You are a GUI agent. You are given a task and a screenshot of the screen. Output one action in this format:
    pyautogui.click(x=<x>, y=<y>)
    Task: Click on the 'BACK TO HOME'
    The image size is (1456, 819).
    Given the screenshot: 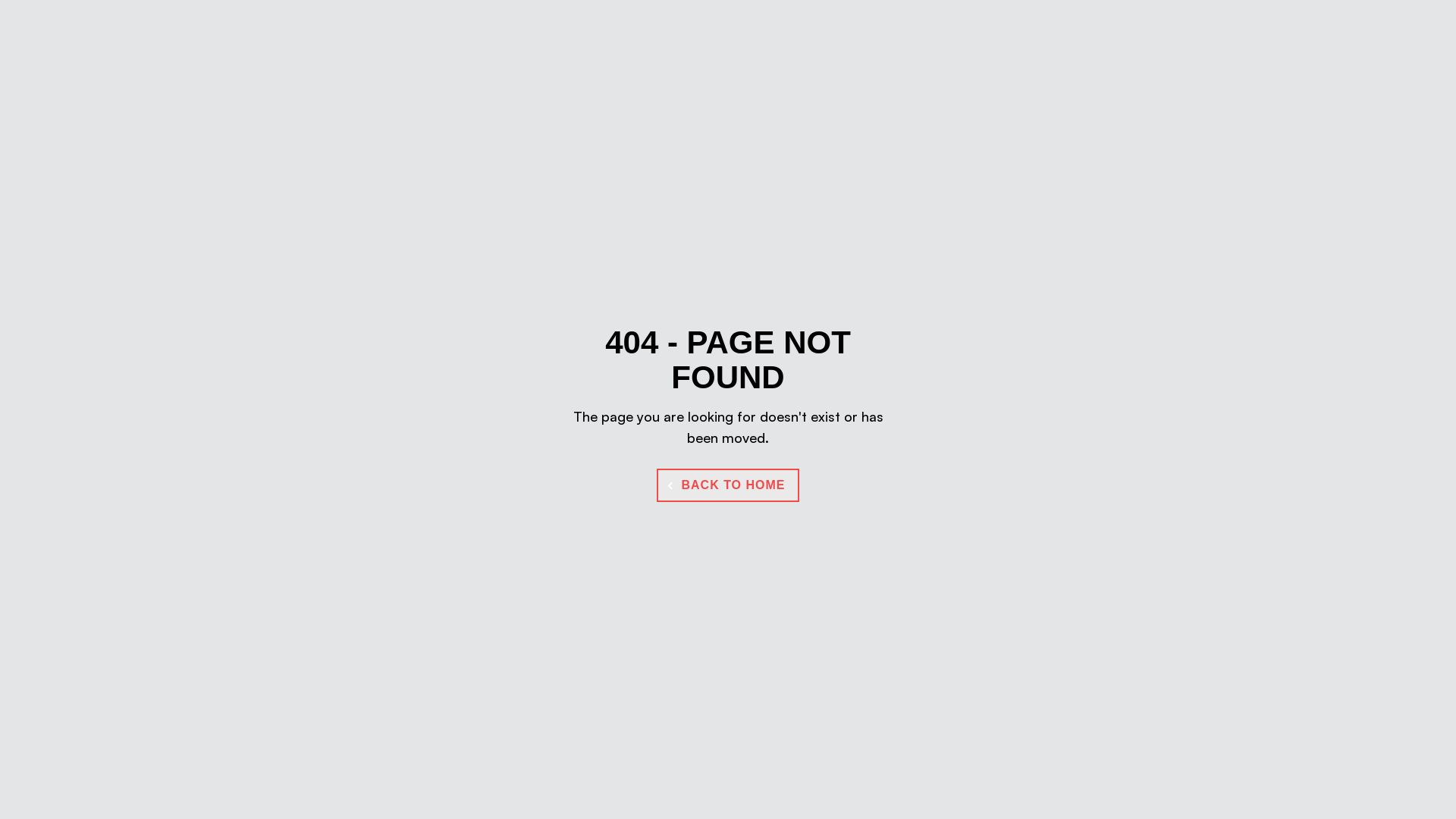 What is the action you would take?
    pyautogui.click(x=726, y=485)
    